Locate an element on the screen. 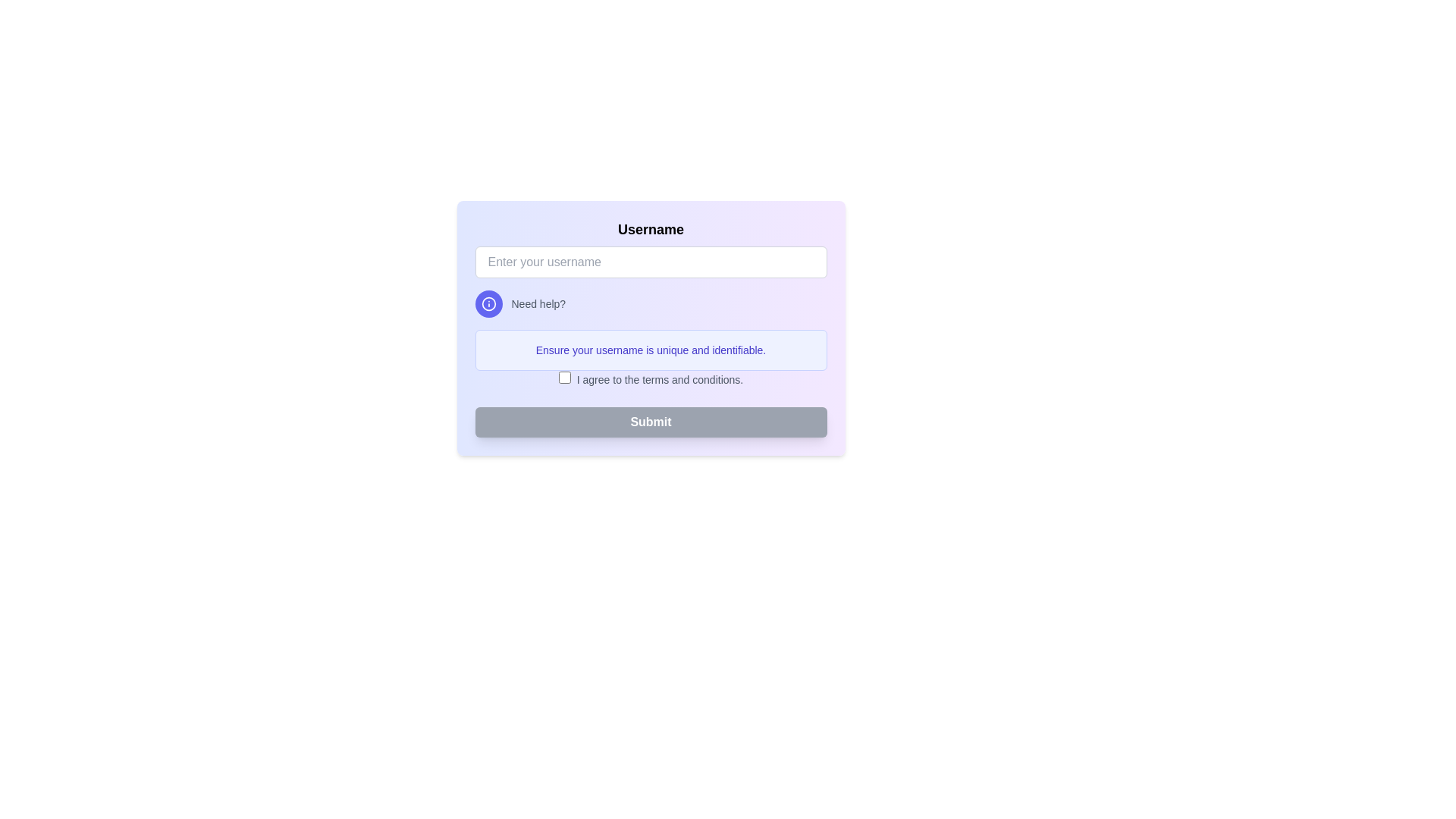 Image resolution: width=1456 pixels, height=819 pixels. the text label that reads 'Ensure your username is unique and identifiable.' which is styled in smaller indigo text within a bordered and rounded rectangular notification box is located at coordinates (651, 350).